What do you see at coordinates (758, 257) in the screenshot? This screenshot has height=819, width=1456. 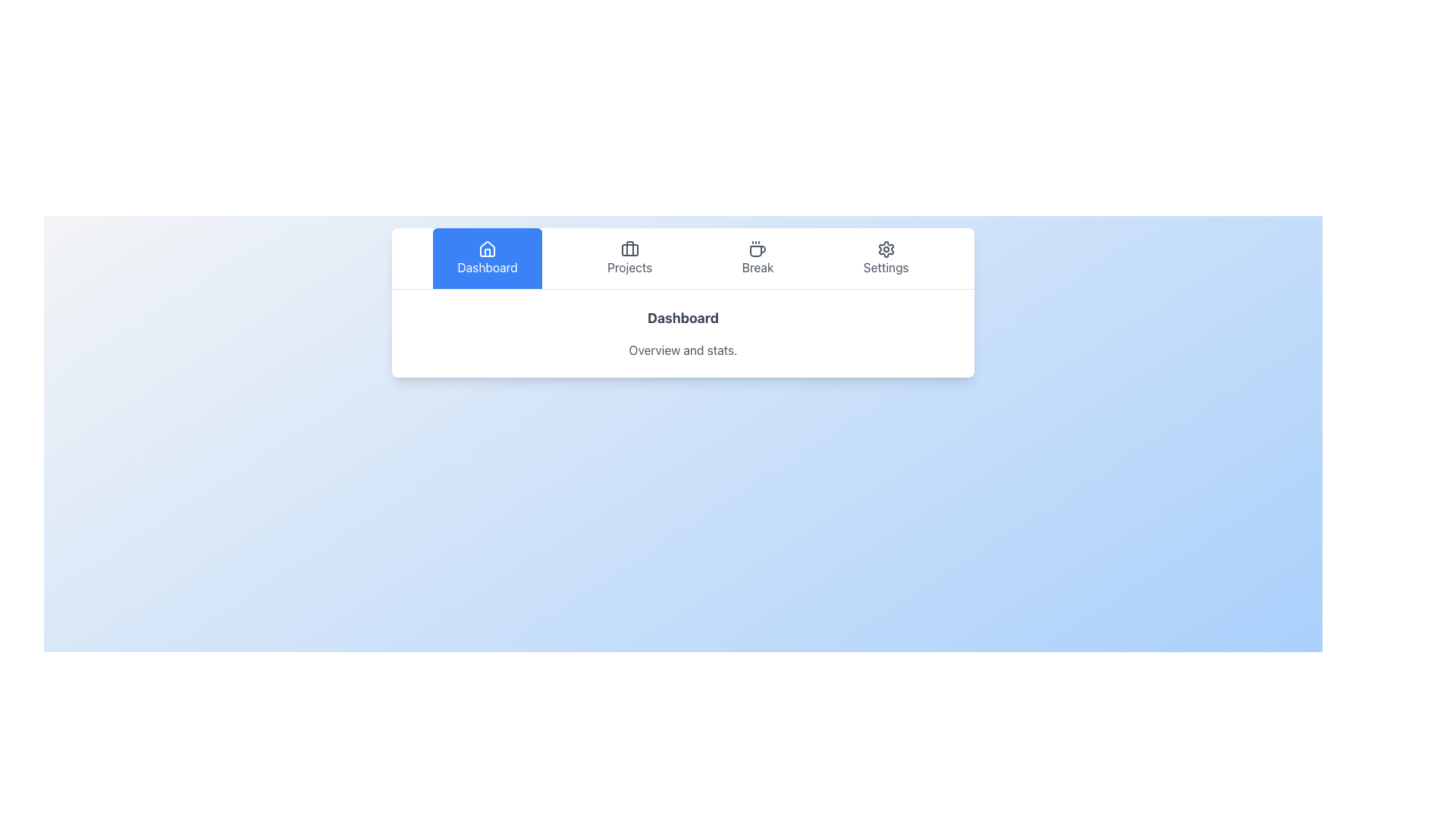 I see `the navigation button that is the third item from the left in a row of options, which leads to features related to breaks` at bounding box center [758, 257].